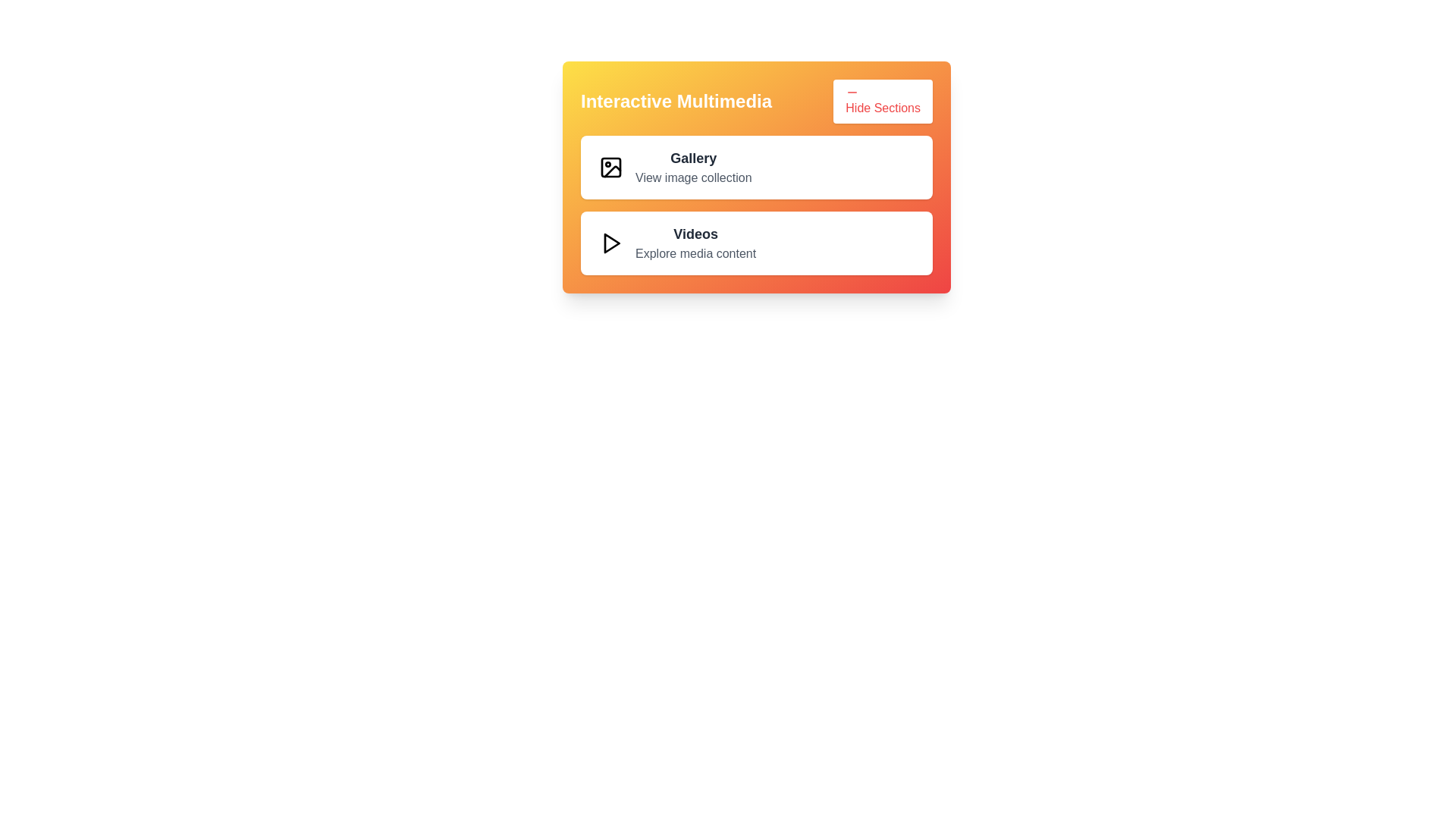 The image size is (1456, 819). Describe the element at coordinates (612, 242) in the screenshot. I see `the play icon within the 'Videos' button, which is the second button in the vertical layout of the 'Interactive Multimedia' card` at that location.